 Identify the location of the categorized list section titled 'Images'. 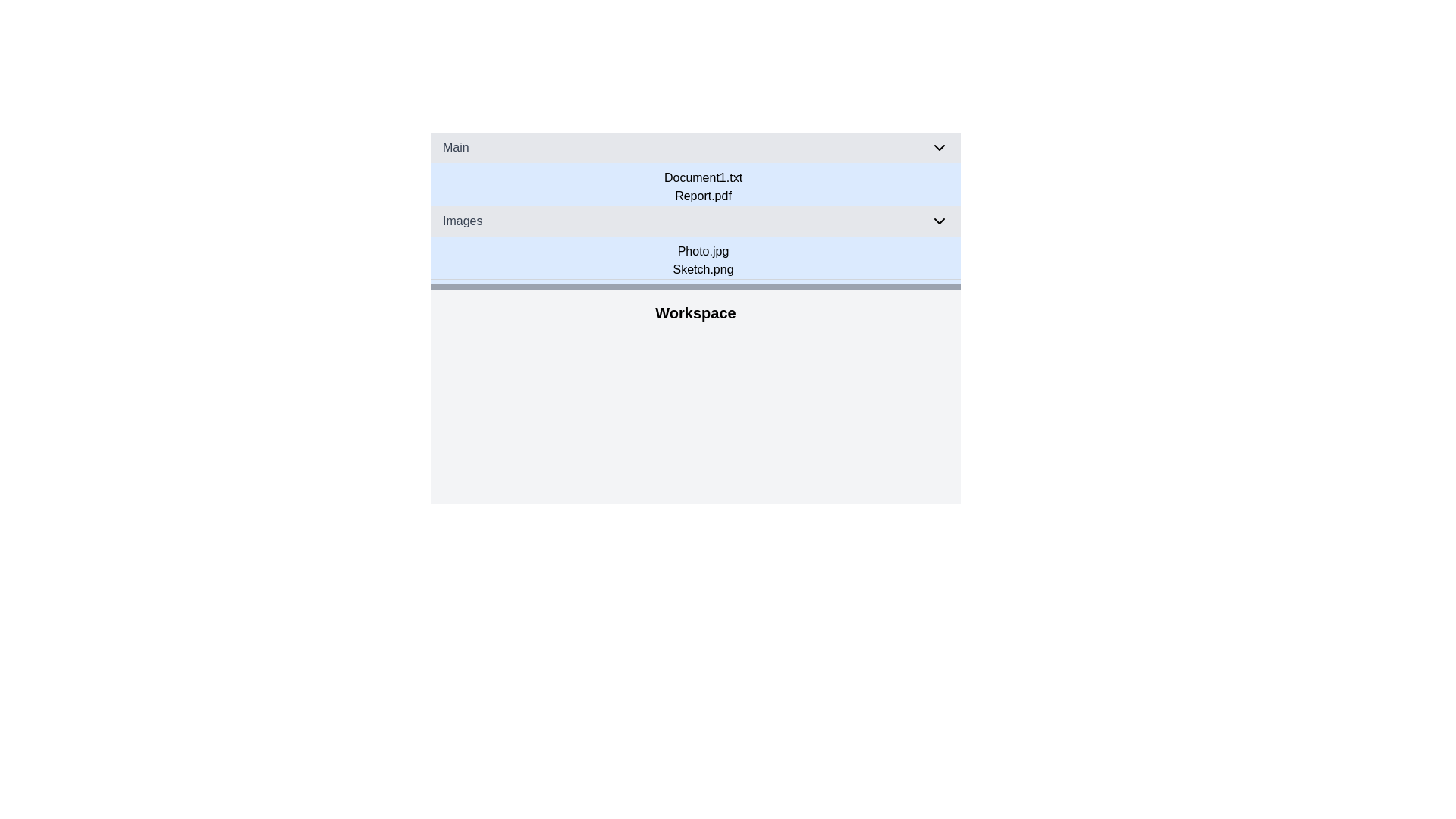
(695, 242).